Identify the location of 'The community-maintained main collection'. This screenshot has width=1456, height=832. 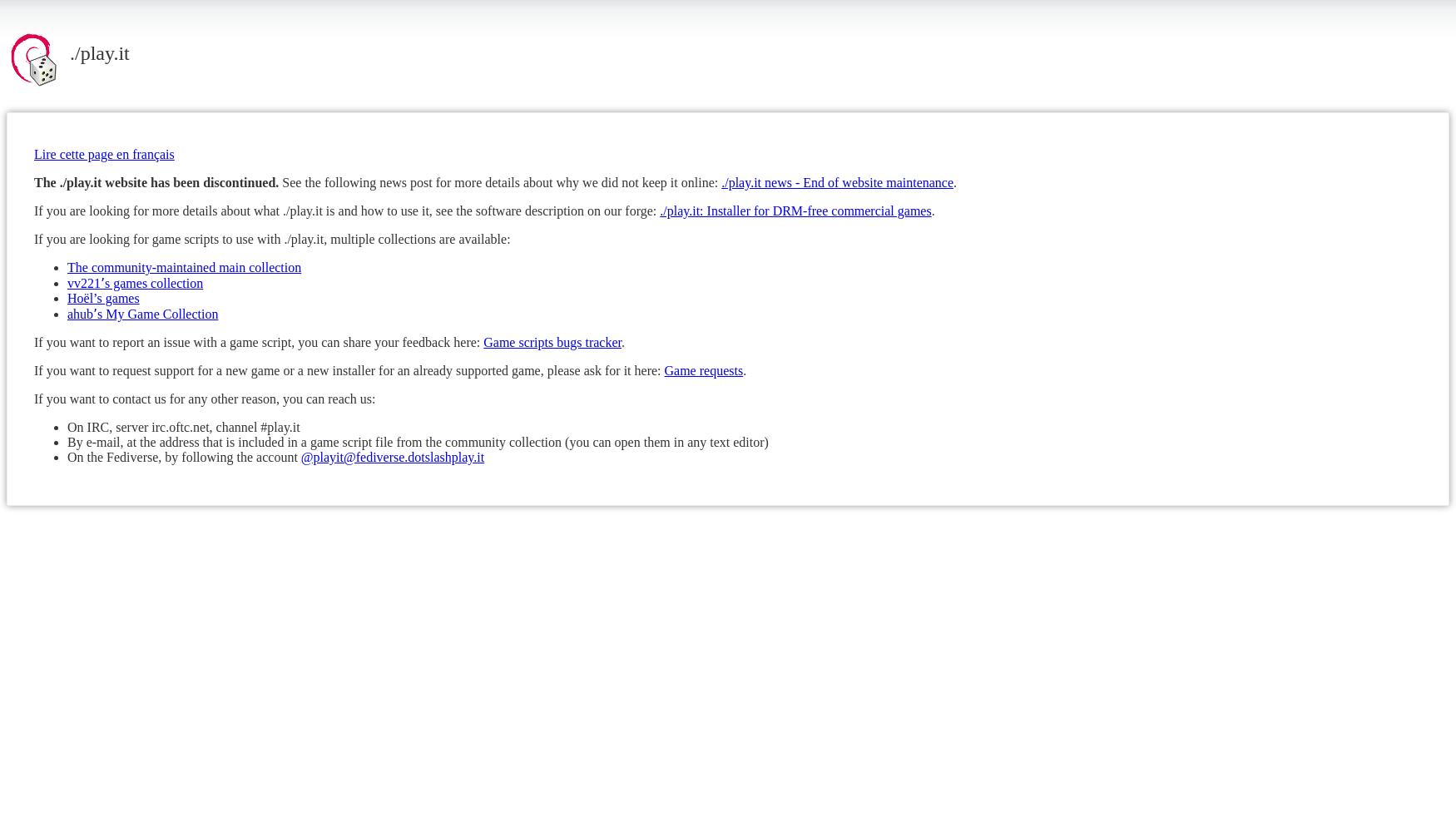
(67, 265).